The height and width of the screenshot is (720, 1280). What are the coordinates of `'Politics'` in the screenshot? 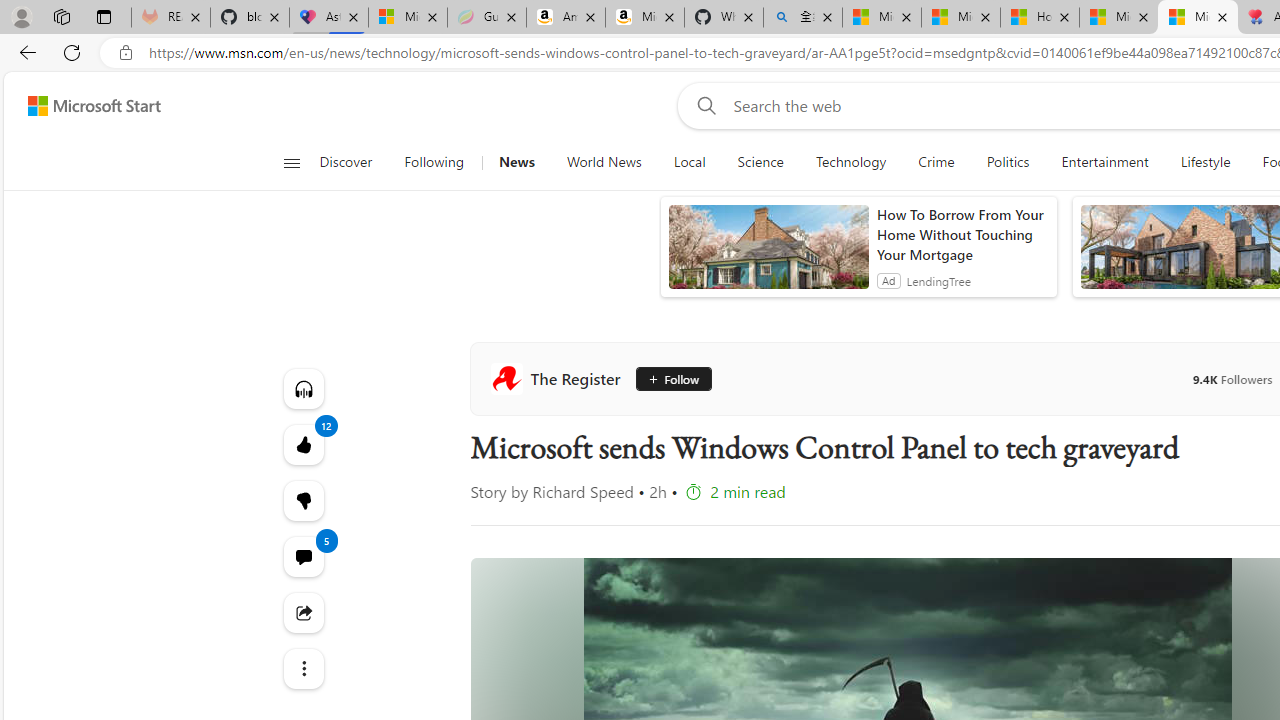 It's located at (1008, 162).